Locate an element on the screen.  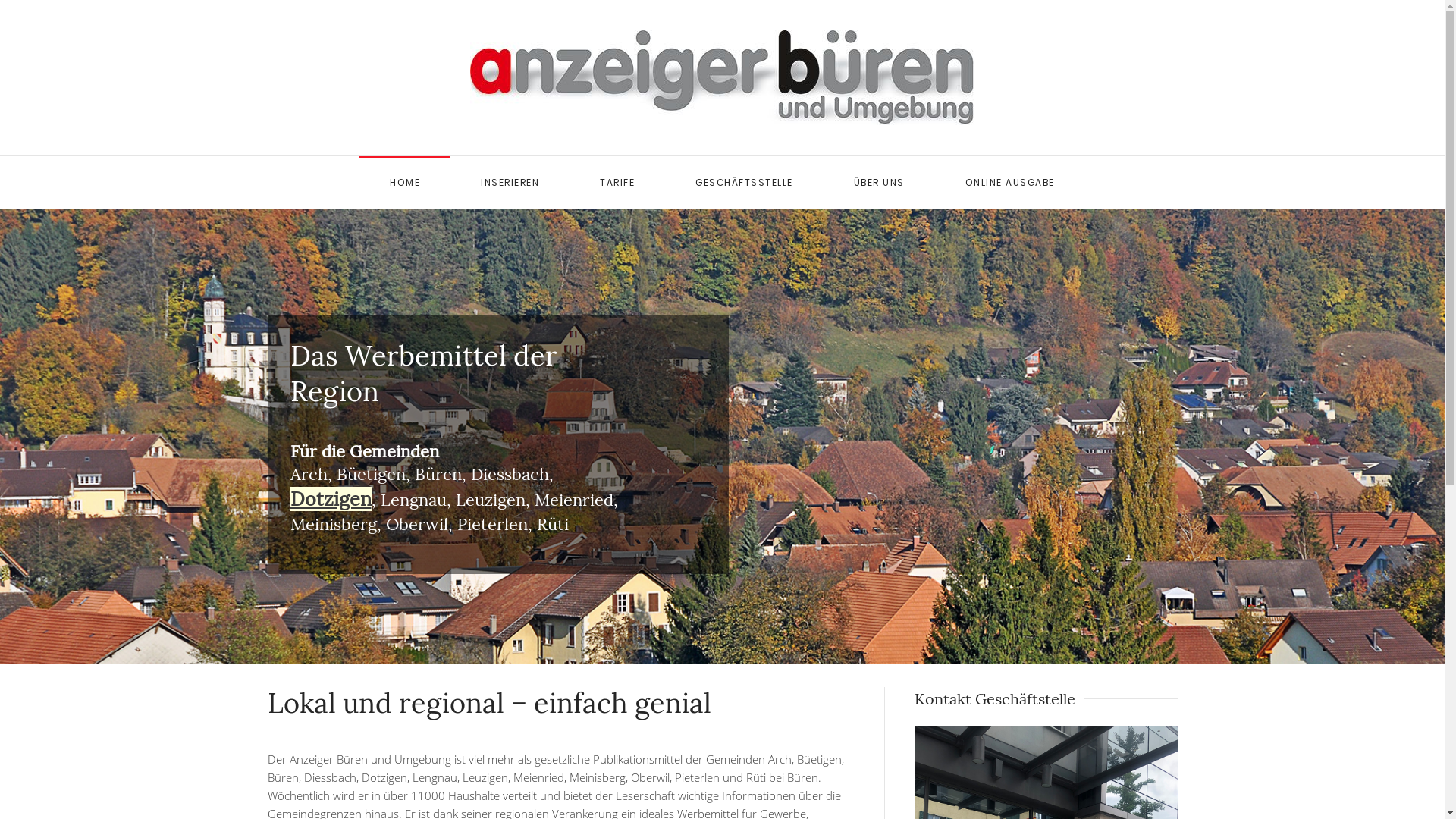
'INSERIEREN' is located at coordinates (510, 181).